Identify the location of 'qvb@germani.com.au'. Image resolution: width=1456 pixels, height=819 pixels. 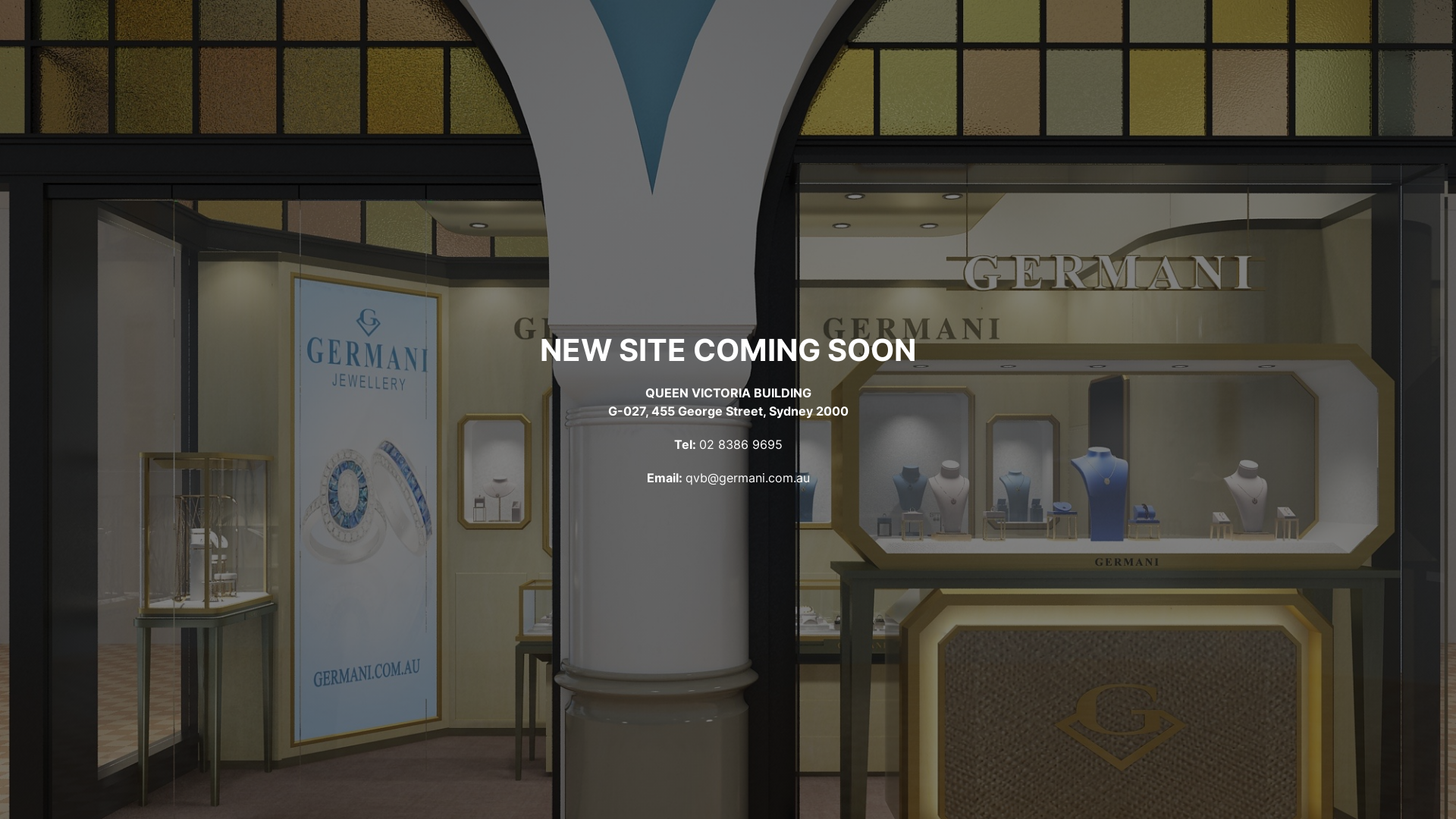
(747, 476).